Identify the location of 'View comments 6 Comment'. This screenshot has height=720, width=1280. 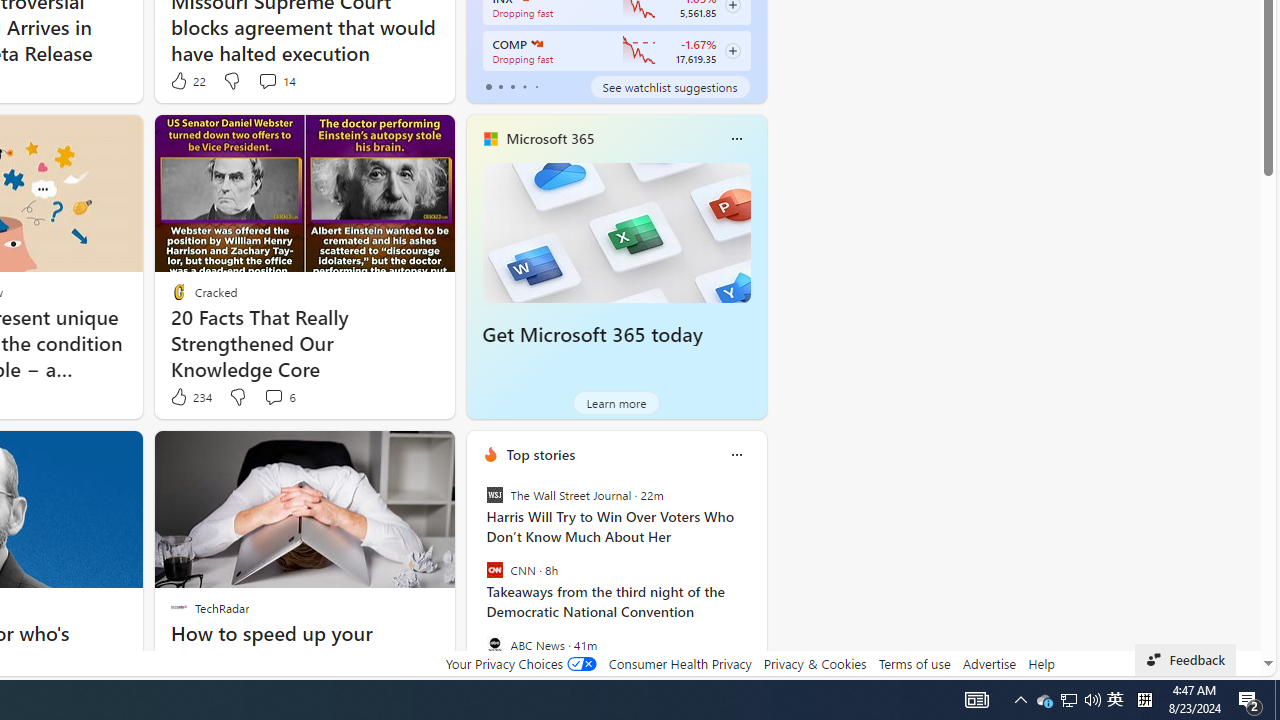
(278, 397).